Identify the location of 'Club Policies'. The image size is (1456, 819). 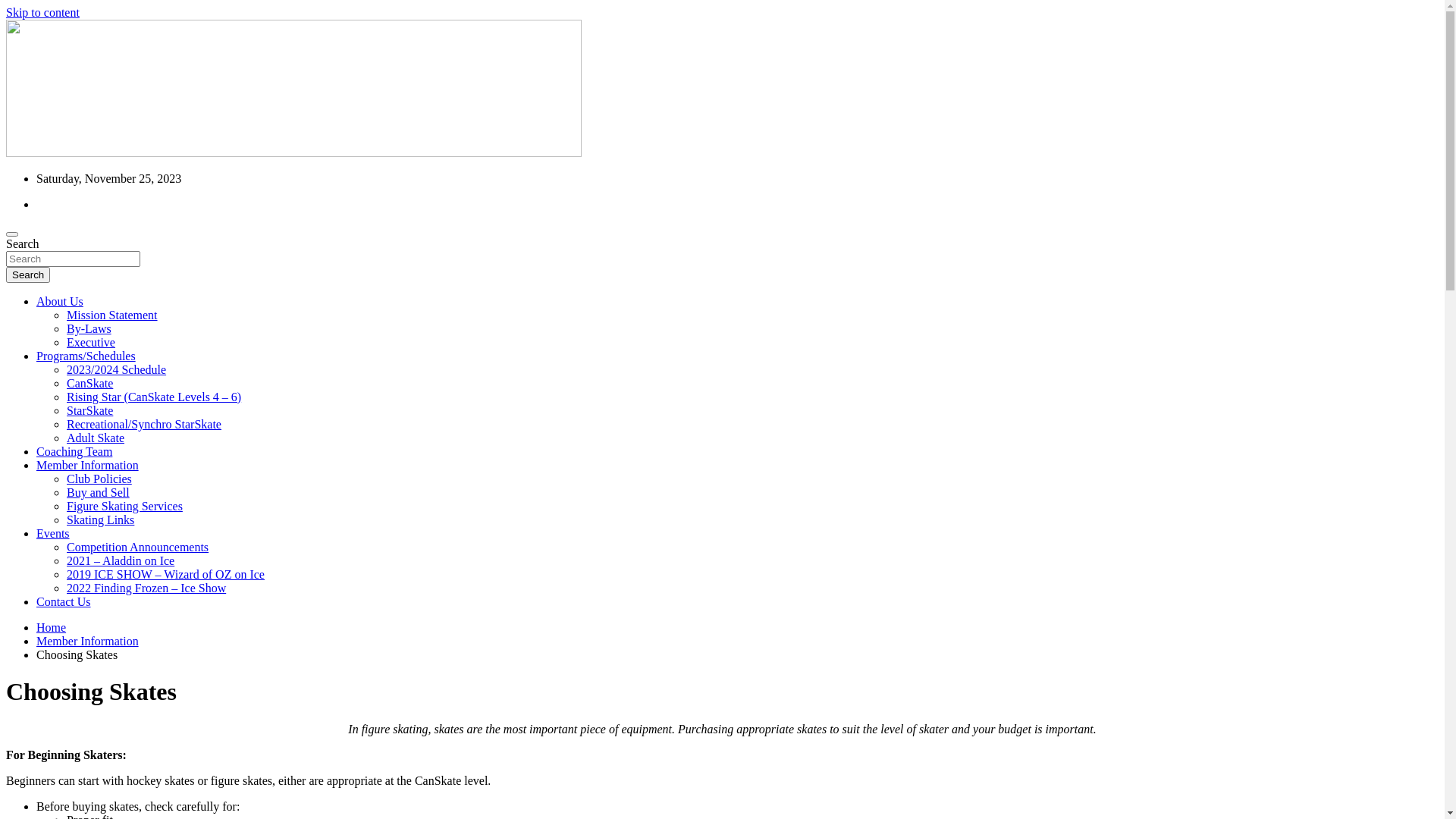
(65, 479).